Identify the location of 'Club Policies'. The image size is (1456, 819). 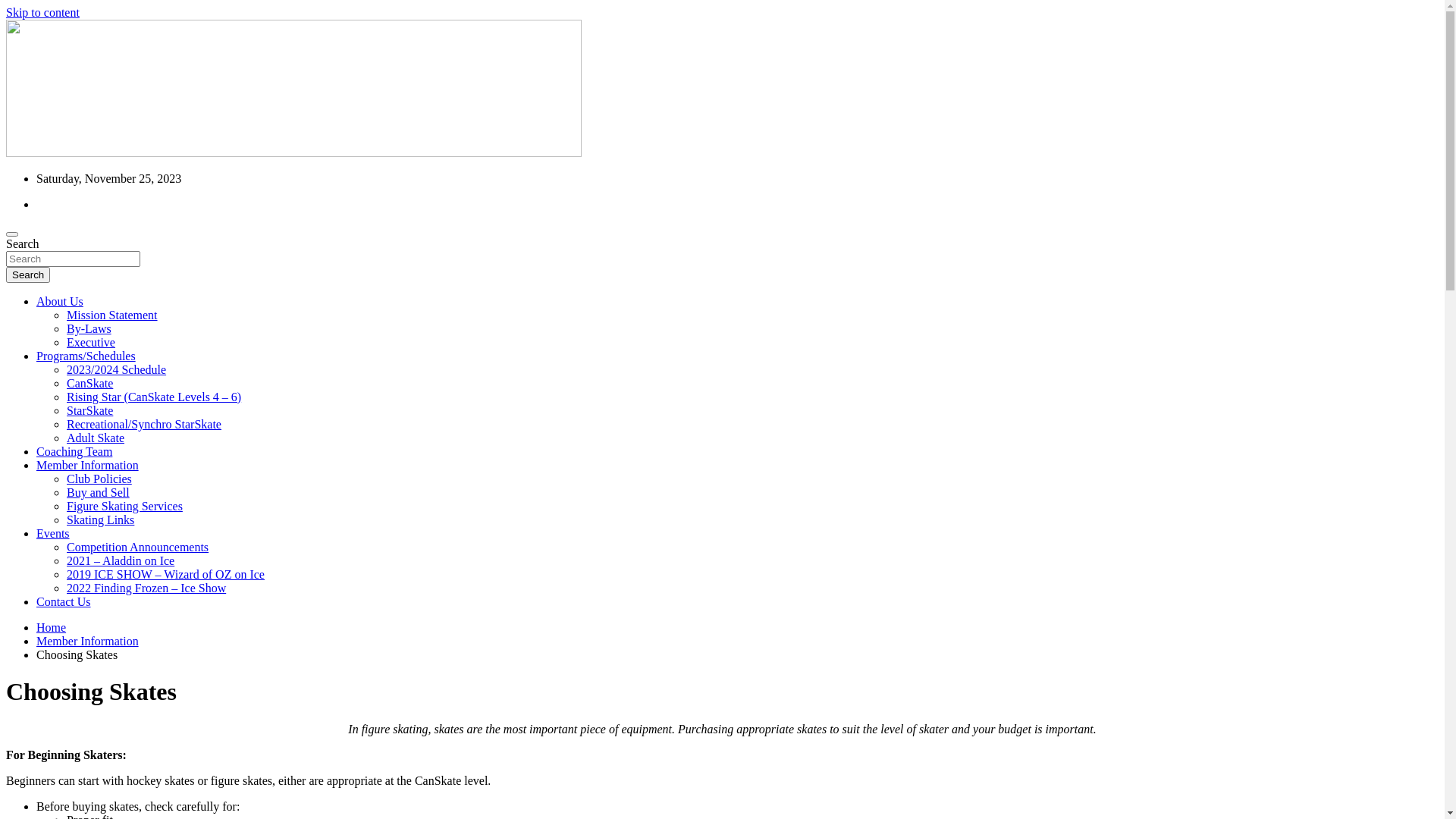
(65, 479).